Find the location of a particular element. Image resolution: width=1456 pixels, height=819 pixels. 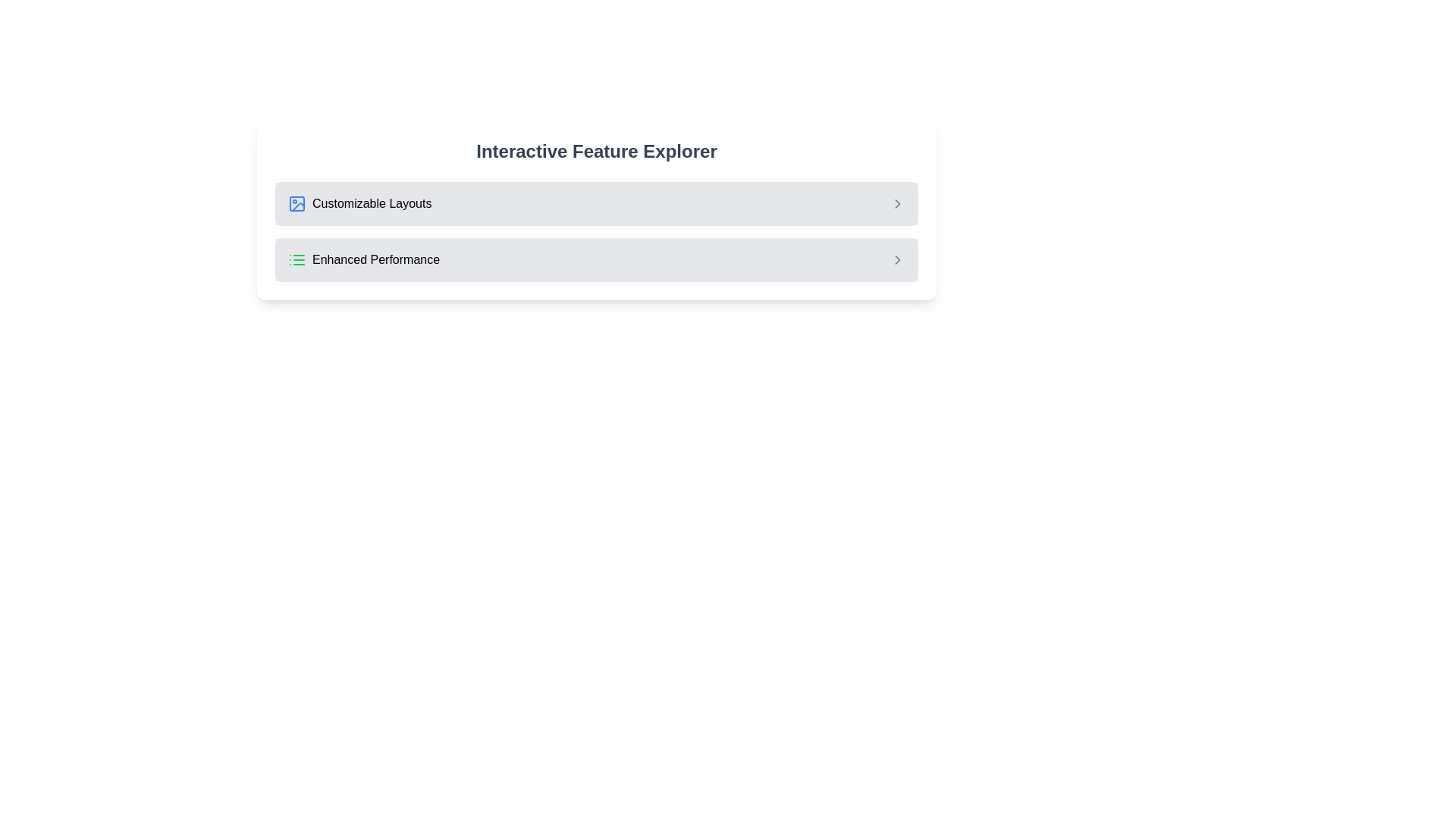

the navigable button labeled 'Enhanced Performance' to change its background color is located at coordinates (596, 259).